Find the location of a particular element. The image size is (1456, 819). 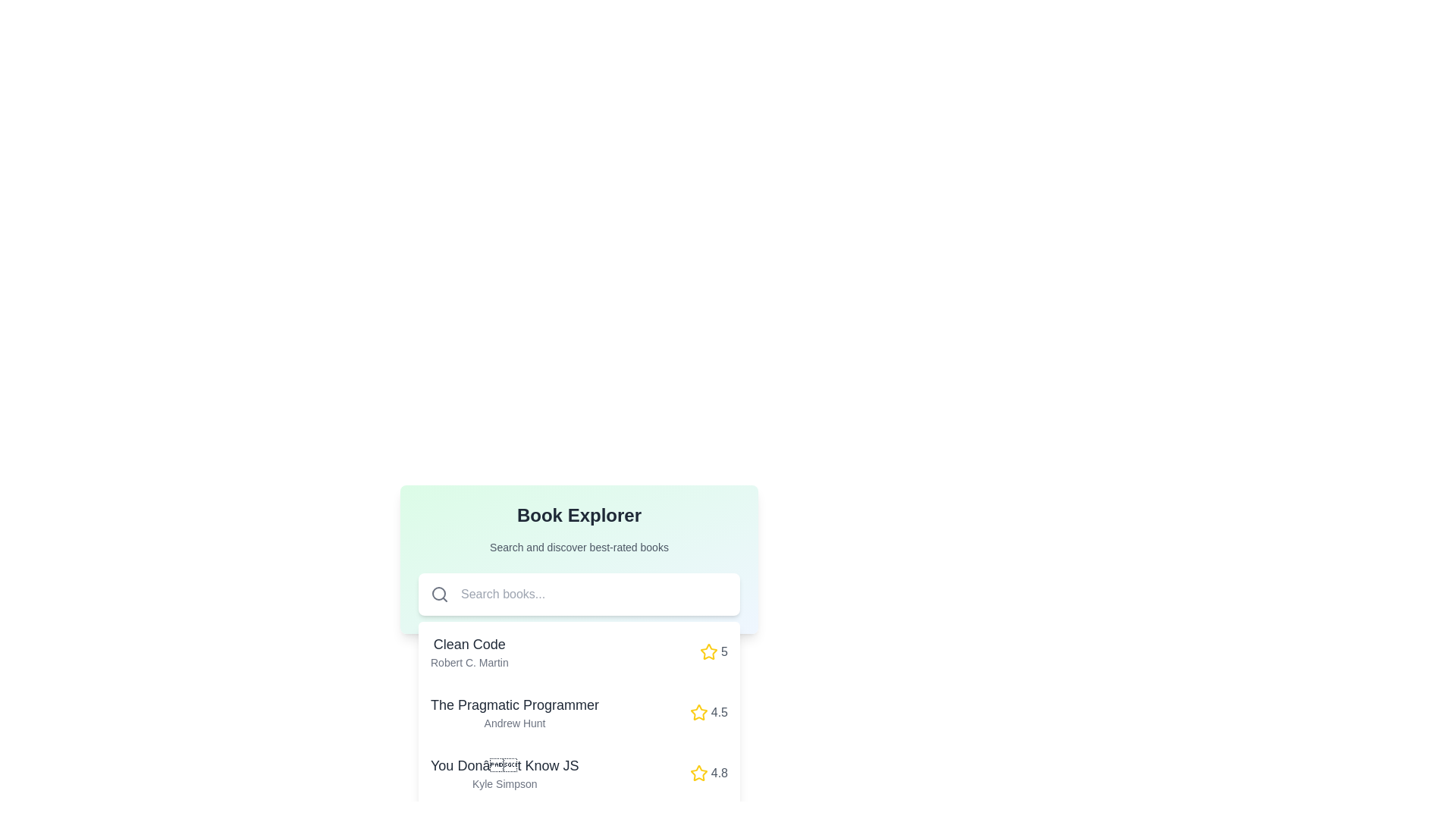

rating value displayed by the rating indicator for the book 'You Don’t Know JS' located in the lower right corner of its list item is located at coordinates (708, 773).